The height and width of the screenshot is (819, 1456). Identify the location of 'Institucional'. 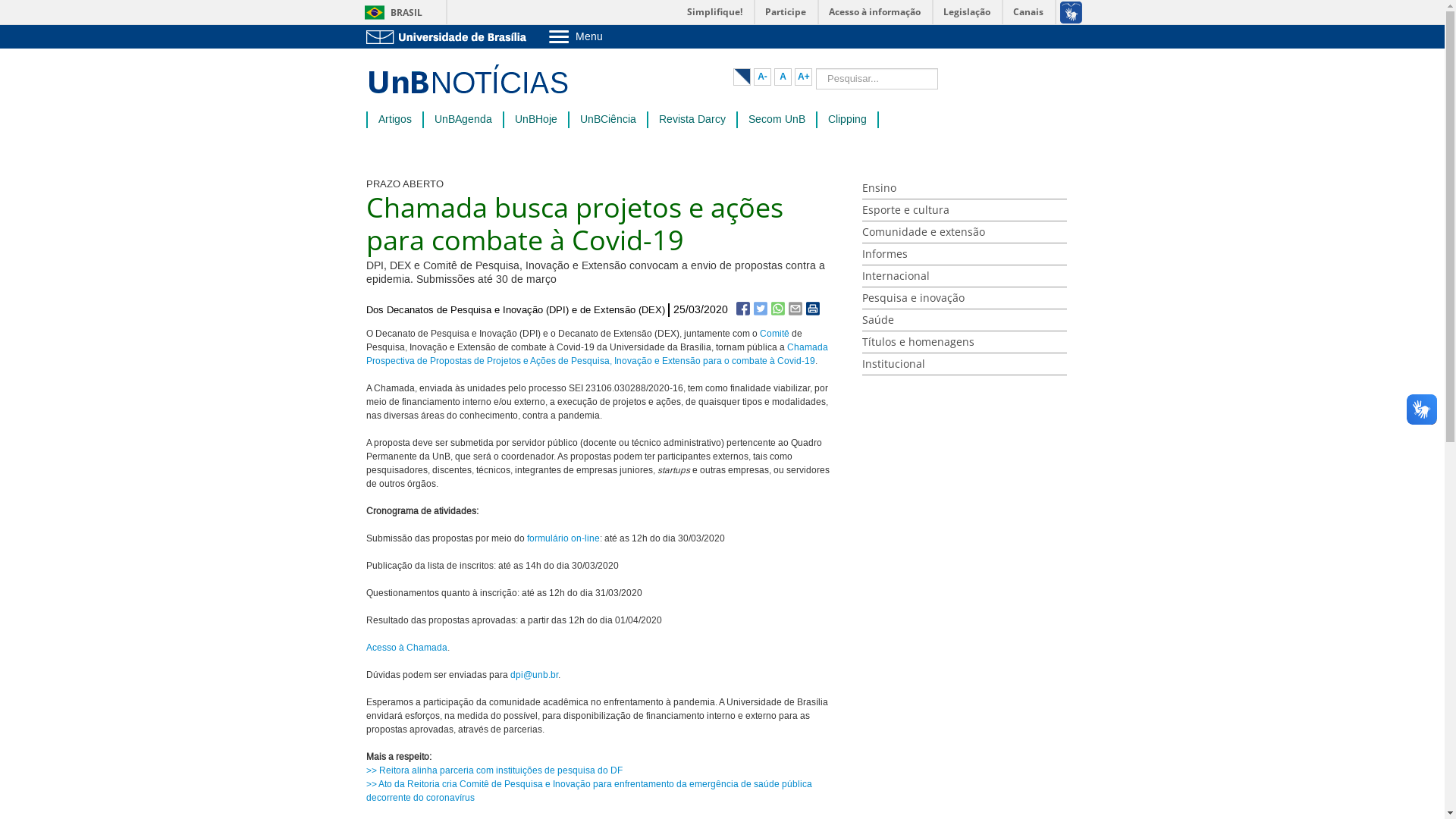
(964, 364).